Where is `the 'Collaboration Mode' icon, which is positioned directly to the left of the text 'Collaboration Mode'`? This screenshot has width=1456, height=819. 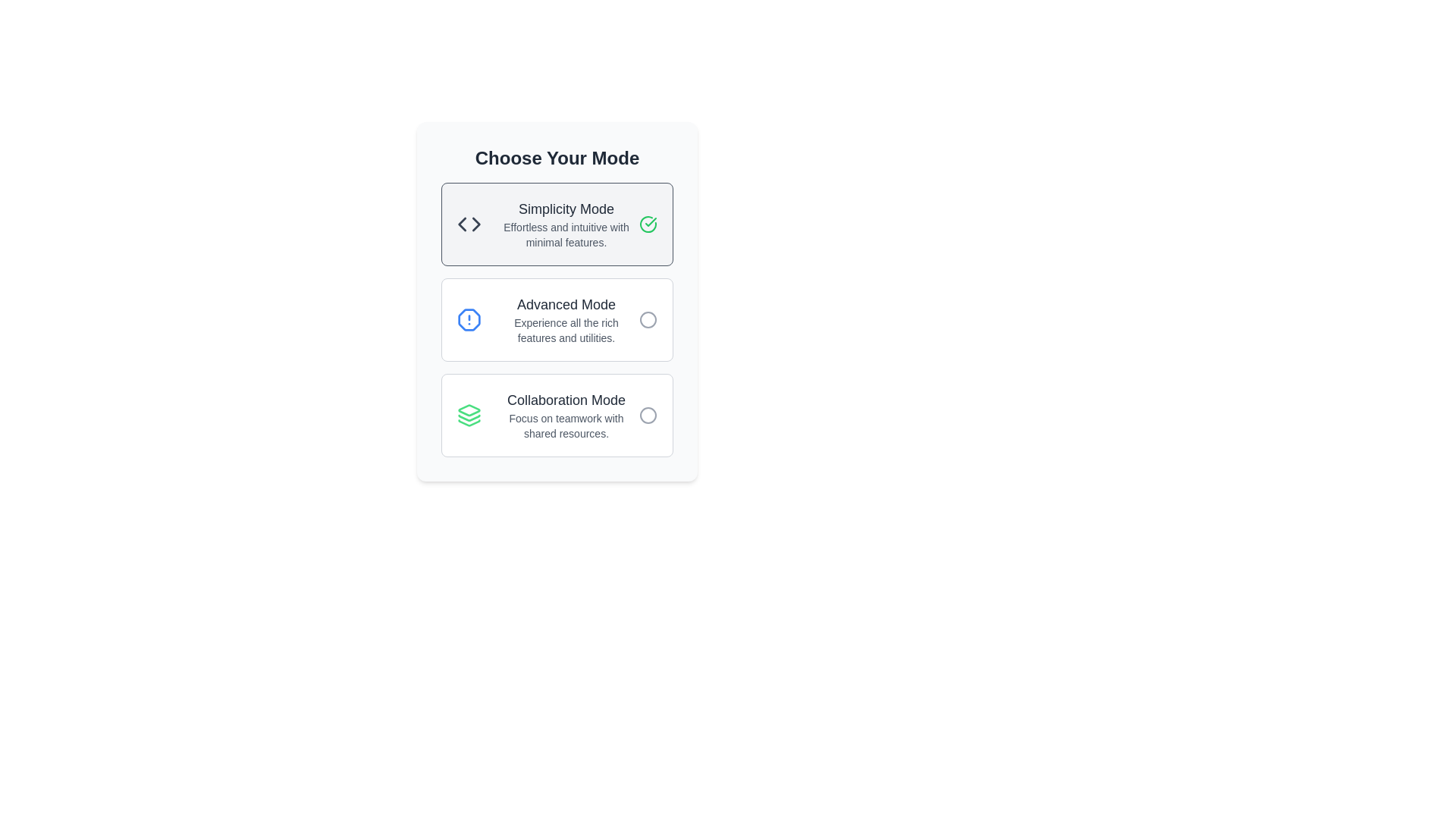 the 'Collaboration Mode' icon, which is positioned directly to the left of the text 'Collaboration Mode' is located at coordinates (469, 415).